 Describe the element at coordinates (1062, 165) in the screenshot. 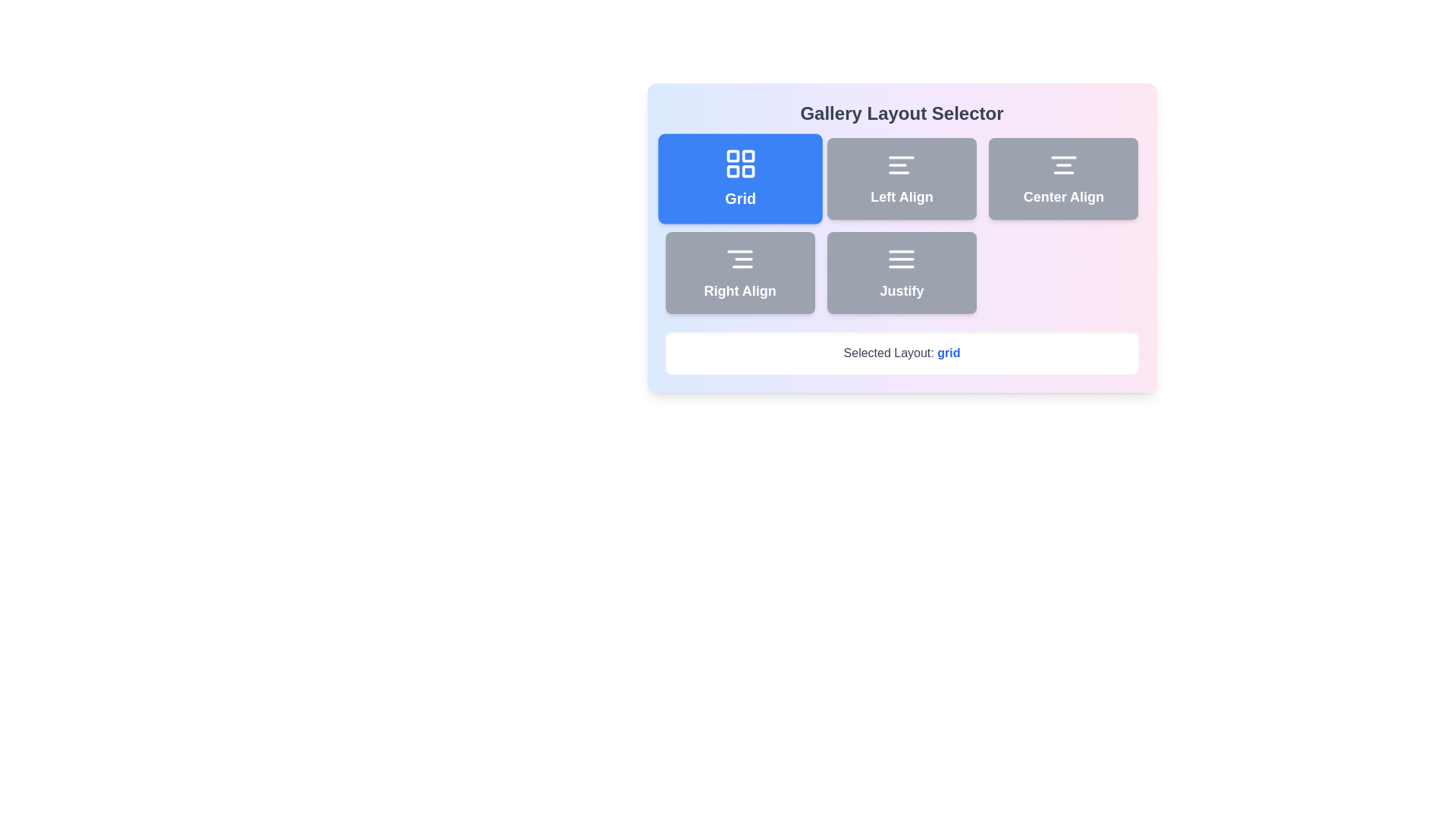

I see `the 'Center Align' icon located in the top center of the 'Center Align' button within the 'Gallery Layout Selector' interface` at that location.